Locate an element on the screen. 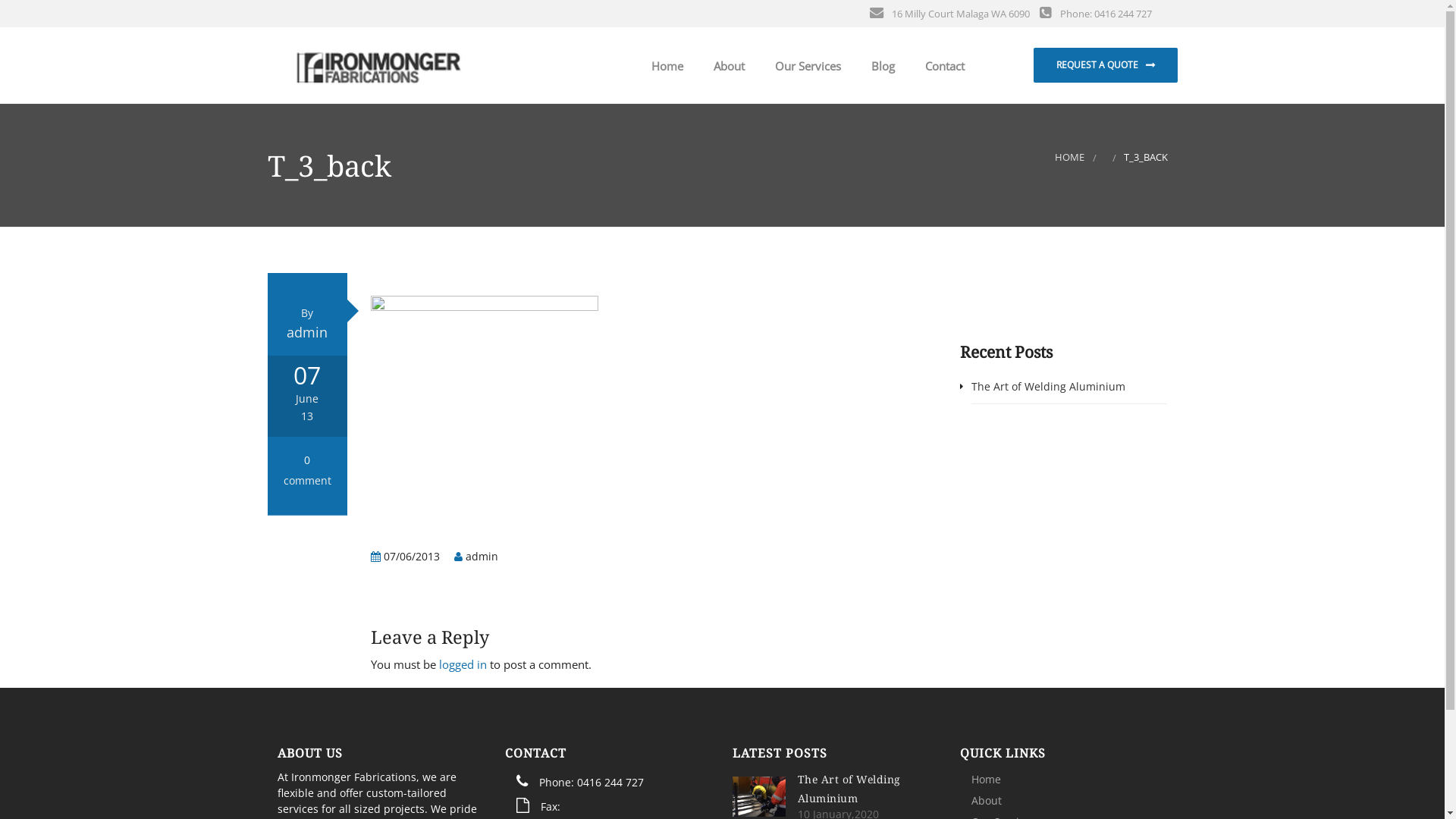  'About' is located at coordinates (694, 65).